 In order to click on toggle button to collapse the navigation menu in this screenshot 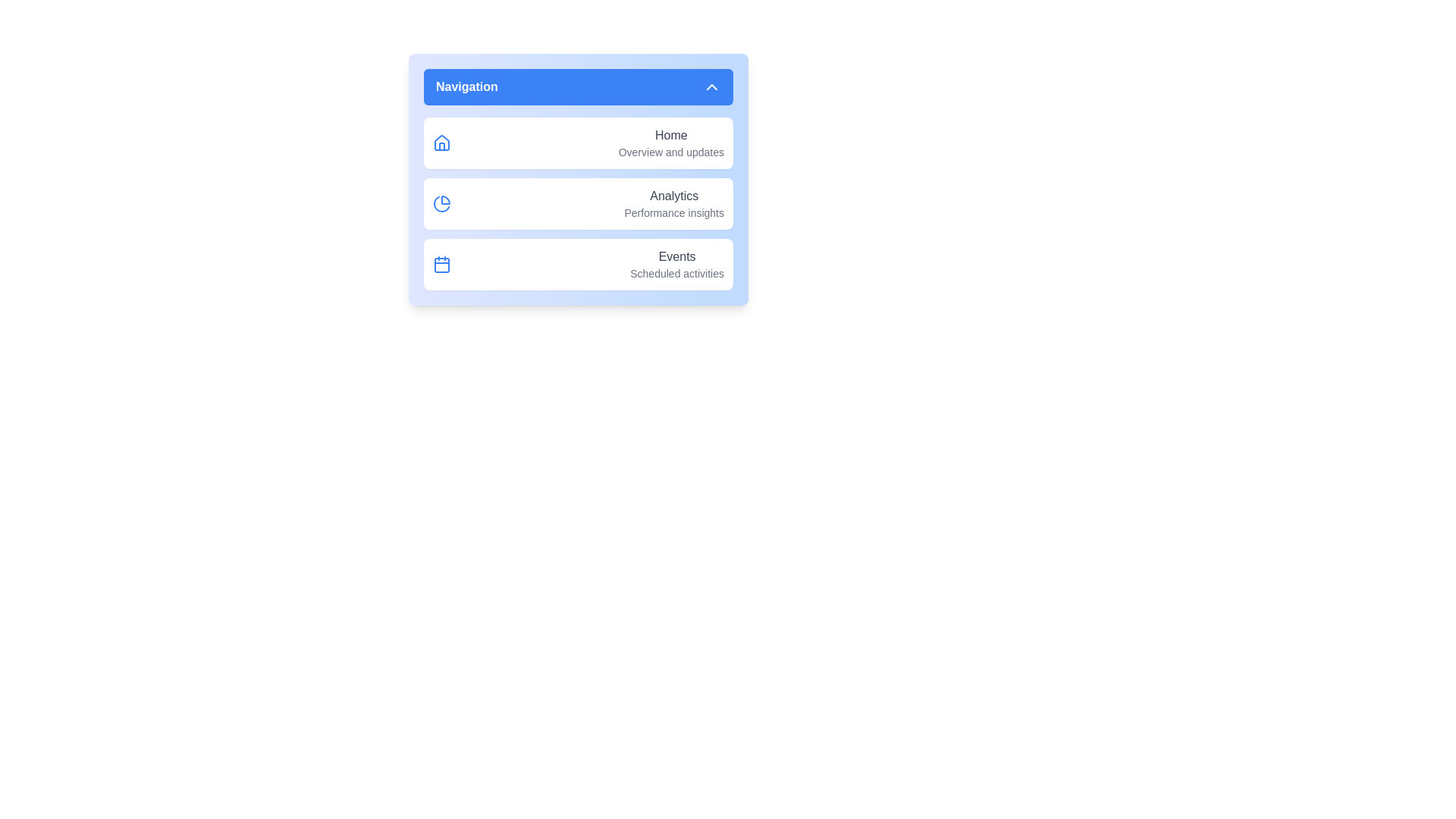, I will do `click(578, 87)`.